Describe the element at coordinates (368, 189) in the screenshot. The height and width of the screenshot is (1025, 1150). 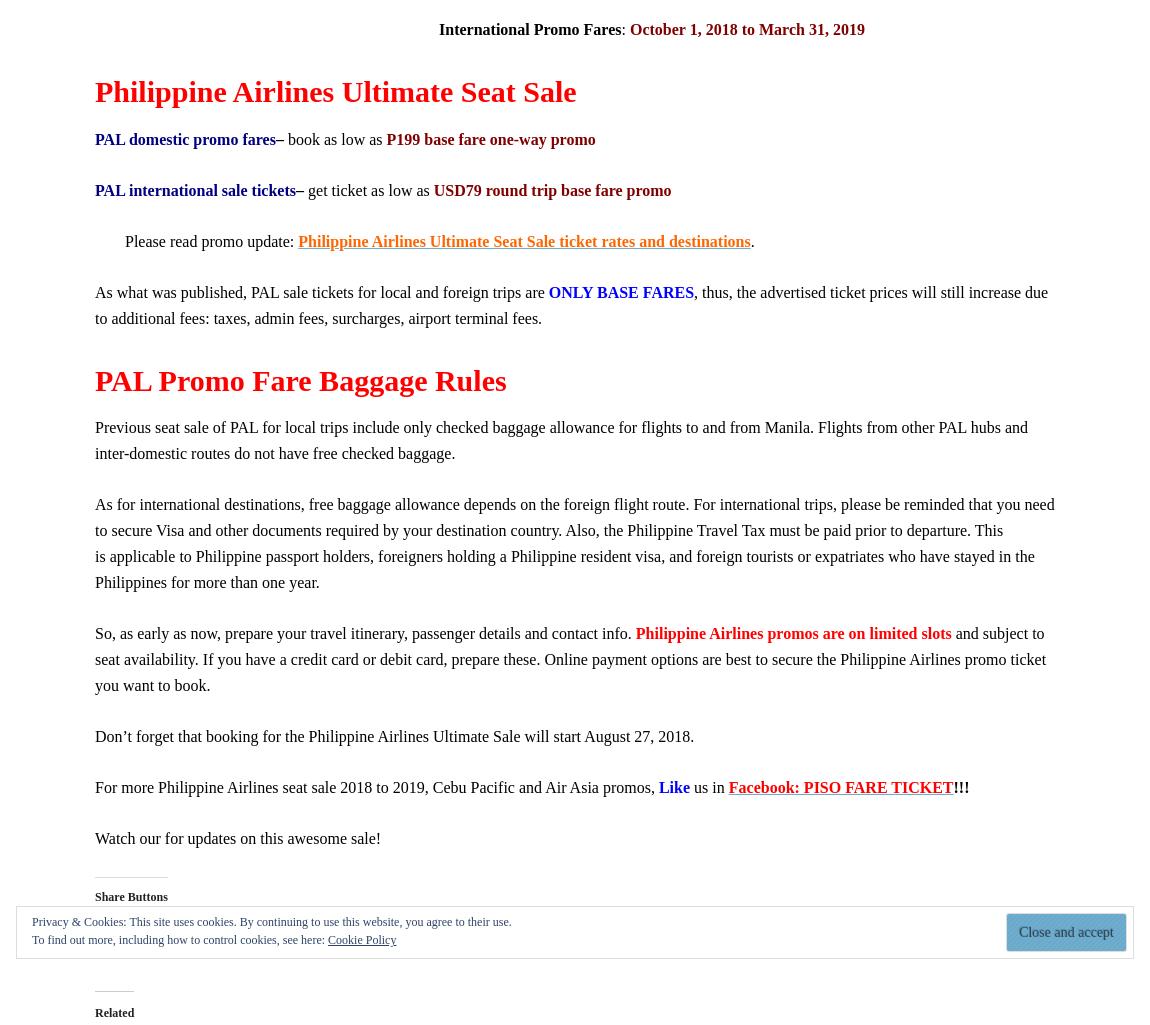
I see `'get ticket as low as'` at that location.